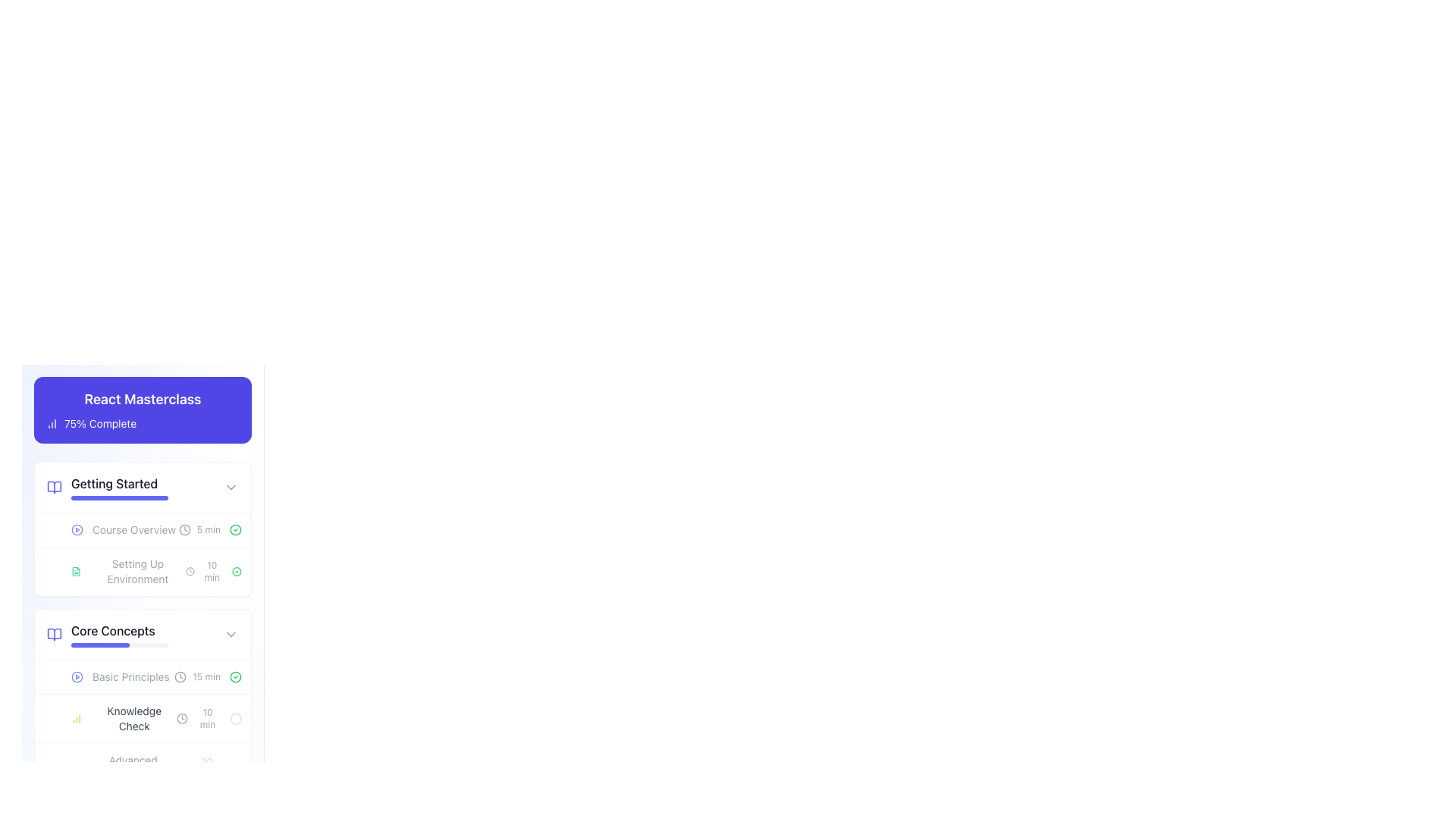 This screenshot has height=819, width=1456. Describe the element at coordinates (124, 529) in the screenshot. I see `to select the 'Course Overview' element, which features a play icon on the left and is part of the 'Getting Started' section under 'React Masterclass'` at that location.